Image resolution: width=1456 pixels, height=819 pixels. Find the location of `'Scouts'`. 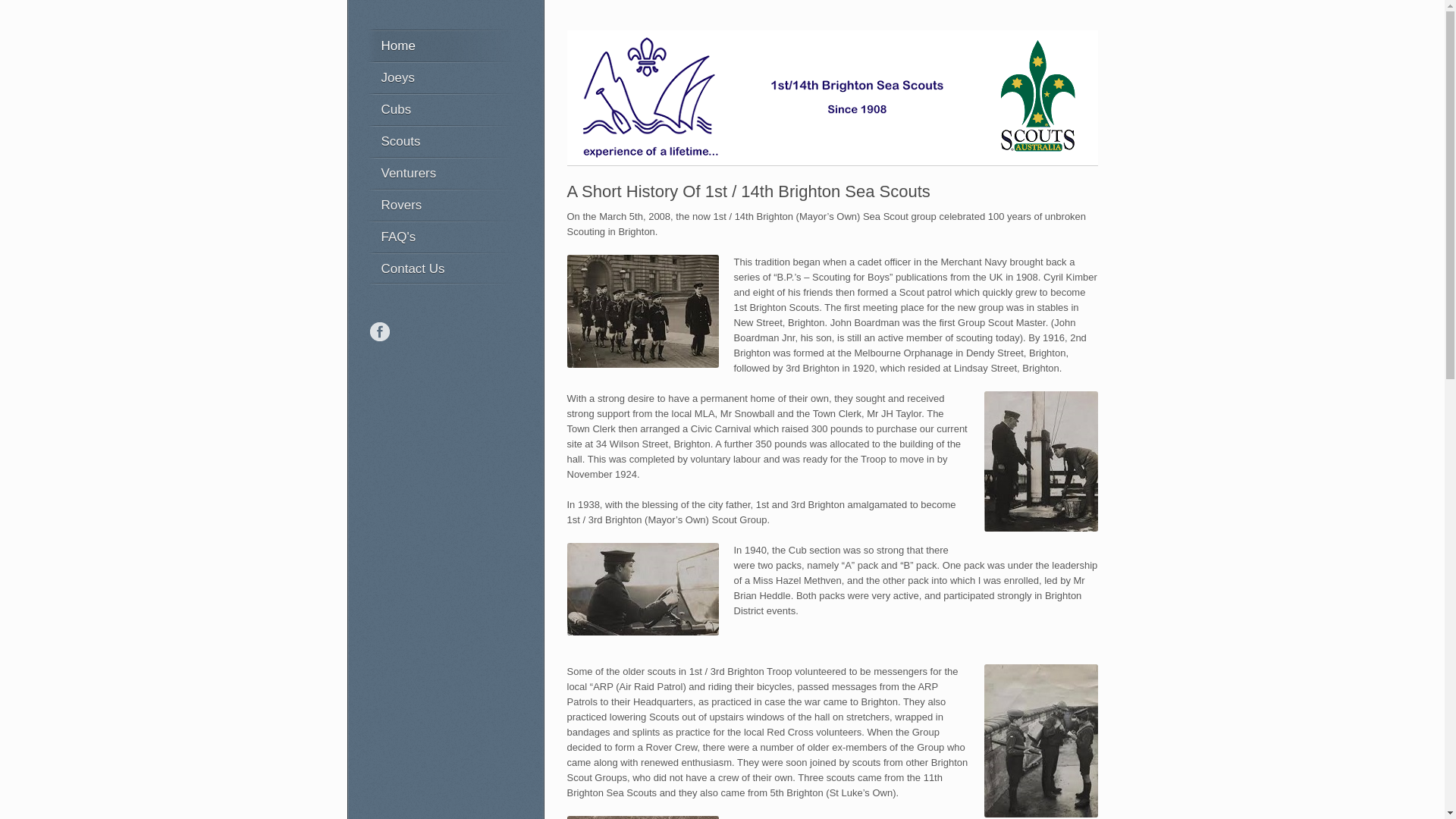

'Scouts' is located at coordinates (365, 140).